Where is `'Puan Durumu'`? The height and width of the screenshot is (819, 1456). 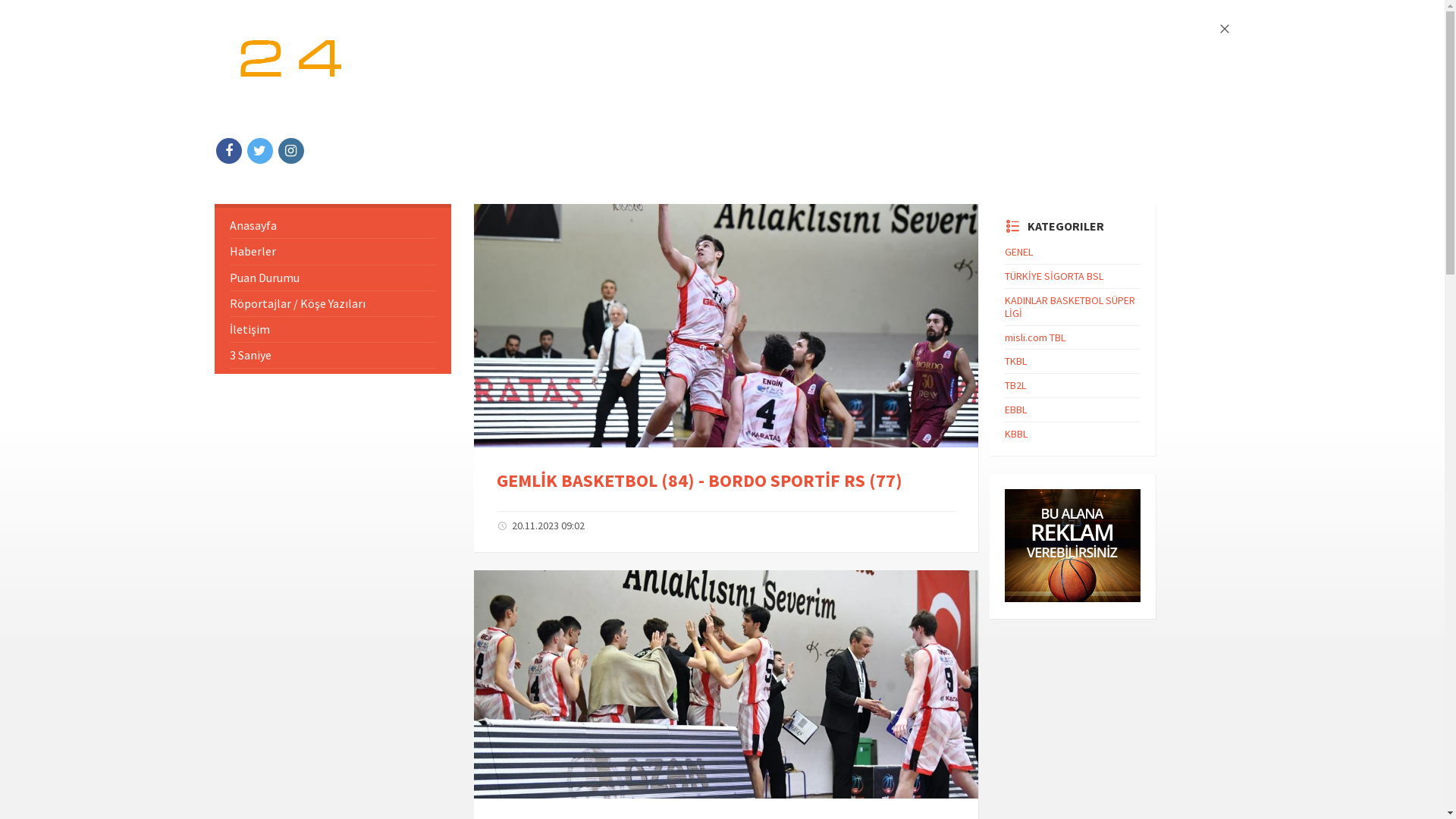
'Puan Durumu' is located at coordinates (331, 278).